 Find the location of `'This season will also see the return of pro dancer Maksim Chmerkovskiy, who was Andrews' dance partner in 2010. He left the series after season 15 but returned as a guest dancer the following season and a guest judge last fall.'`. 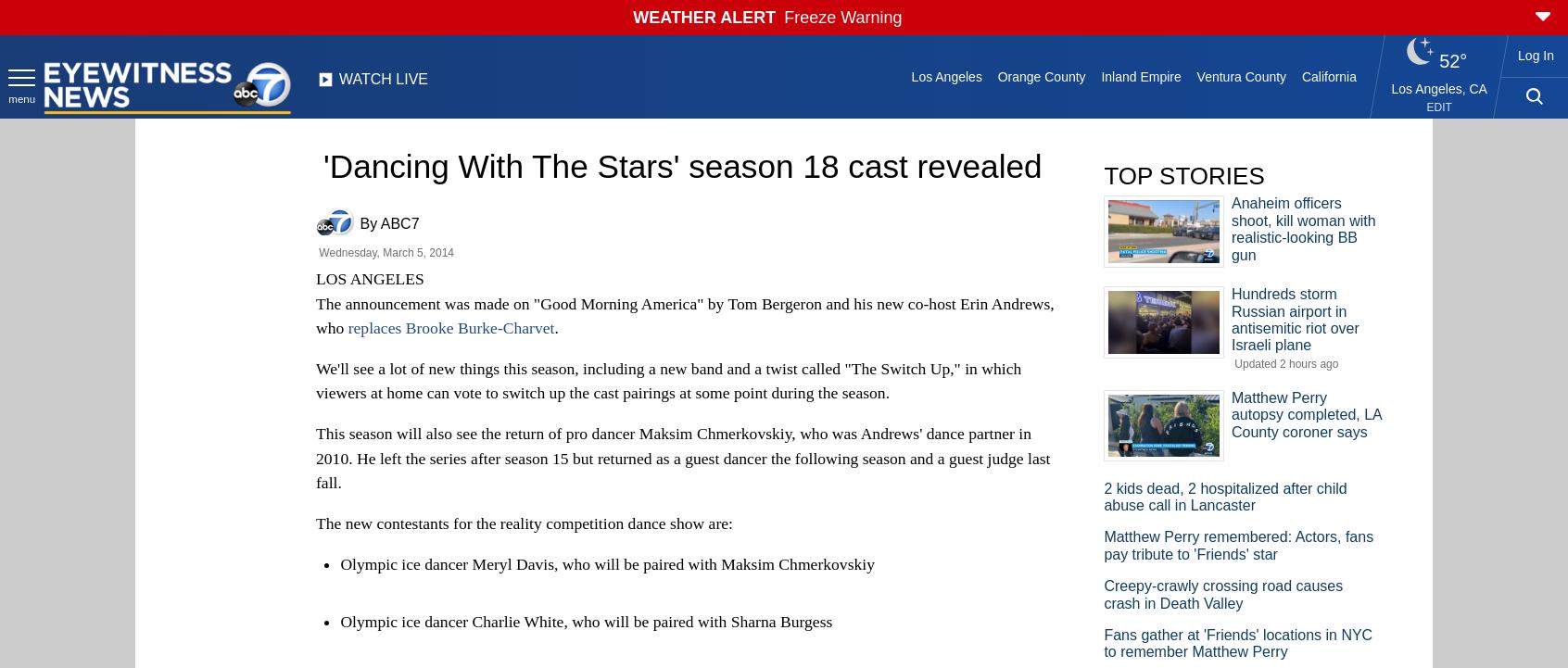

'This season will also see the return of pro dancer Maksim Chmerkovskiy, who was Andrews' dance partner in 2010. He left the series after season 15 but returned as a guest dancer the following season and a guest judge last fall.' is located at coordinates (314, 457).